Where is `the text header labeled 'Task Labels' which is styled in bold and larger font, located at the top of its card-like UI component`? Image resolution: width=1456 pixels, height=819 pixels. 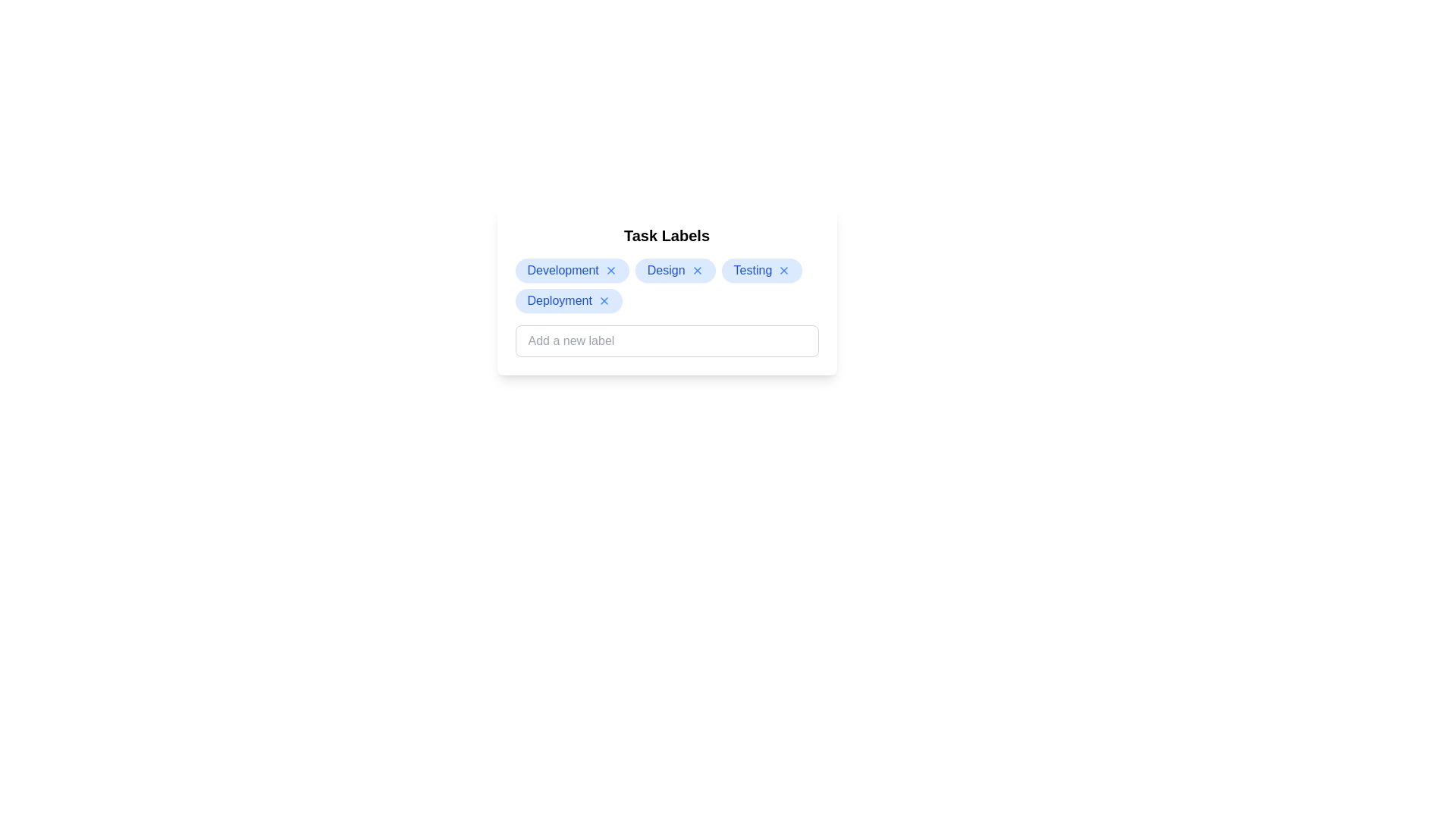
the text header labeled 'Task Labels' which is styled in bold and larger font, located at the top of its card-like UI component is located at coordinates (667, 236).